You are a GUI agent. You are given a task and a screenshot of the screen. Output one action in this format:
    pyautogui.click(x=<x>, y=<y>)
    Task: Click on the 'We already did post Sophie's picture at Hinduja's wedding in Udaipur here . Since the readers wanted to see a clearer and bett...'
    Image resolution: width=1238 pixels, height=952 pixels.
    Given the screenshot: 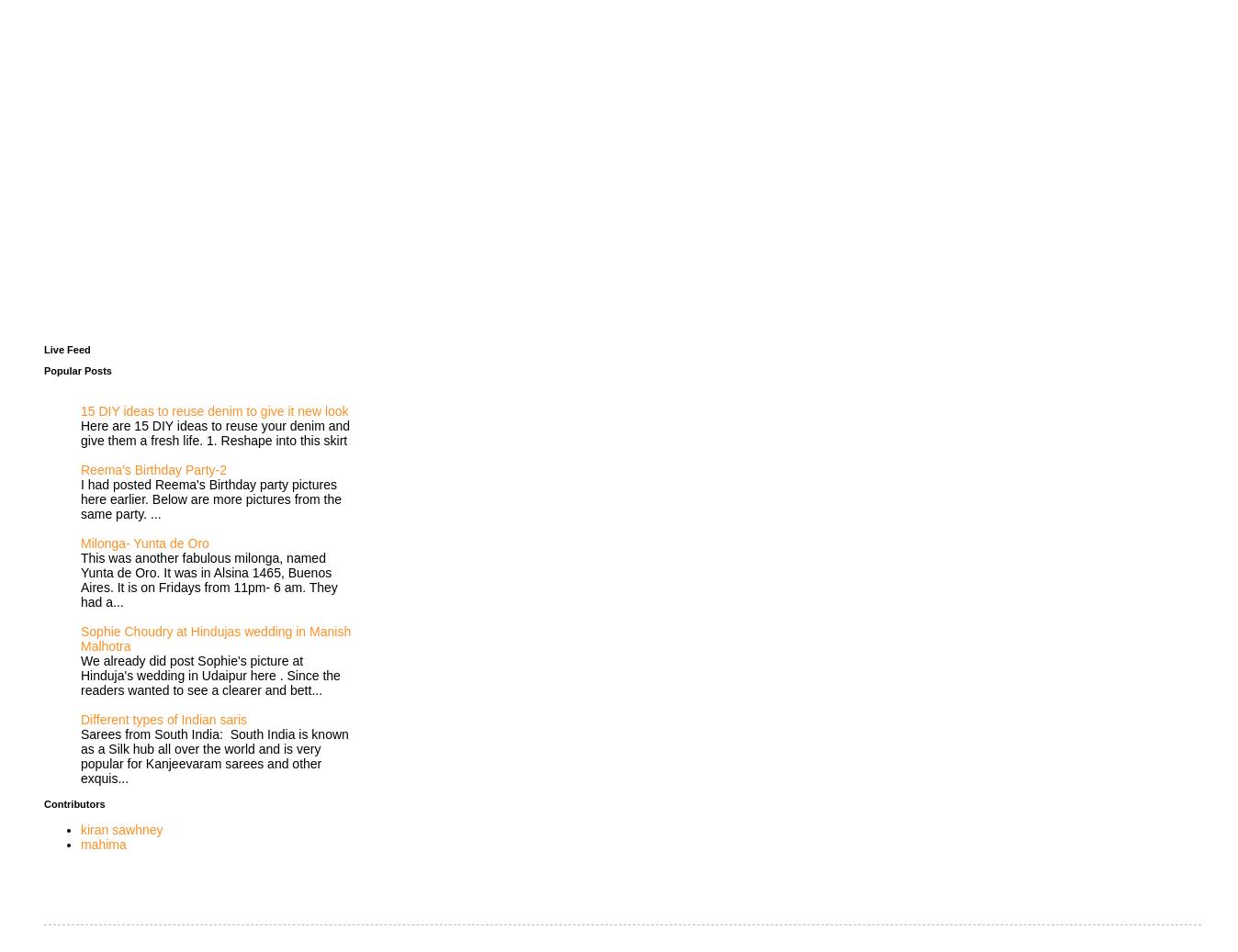 What is the action you would take?
    pyautogui.click(x=210, y=675)
    